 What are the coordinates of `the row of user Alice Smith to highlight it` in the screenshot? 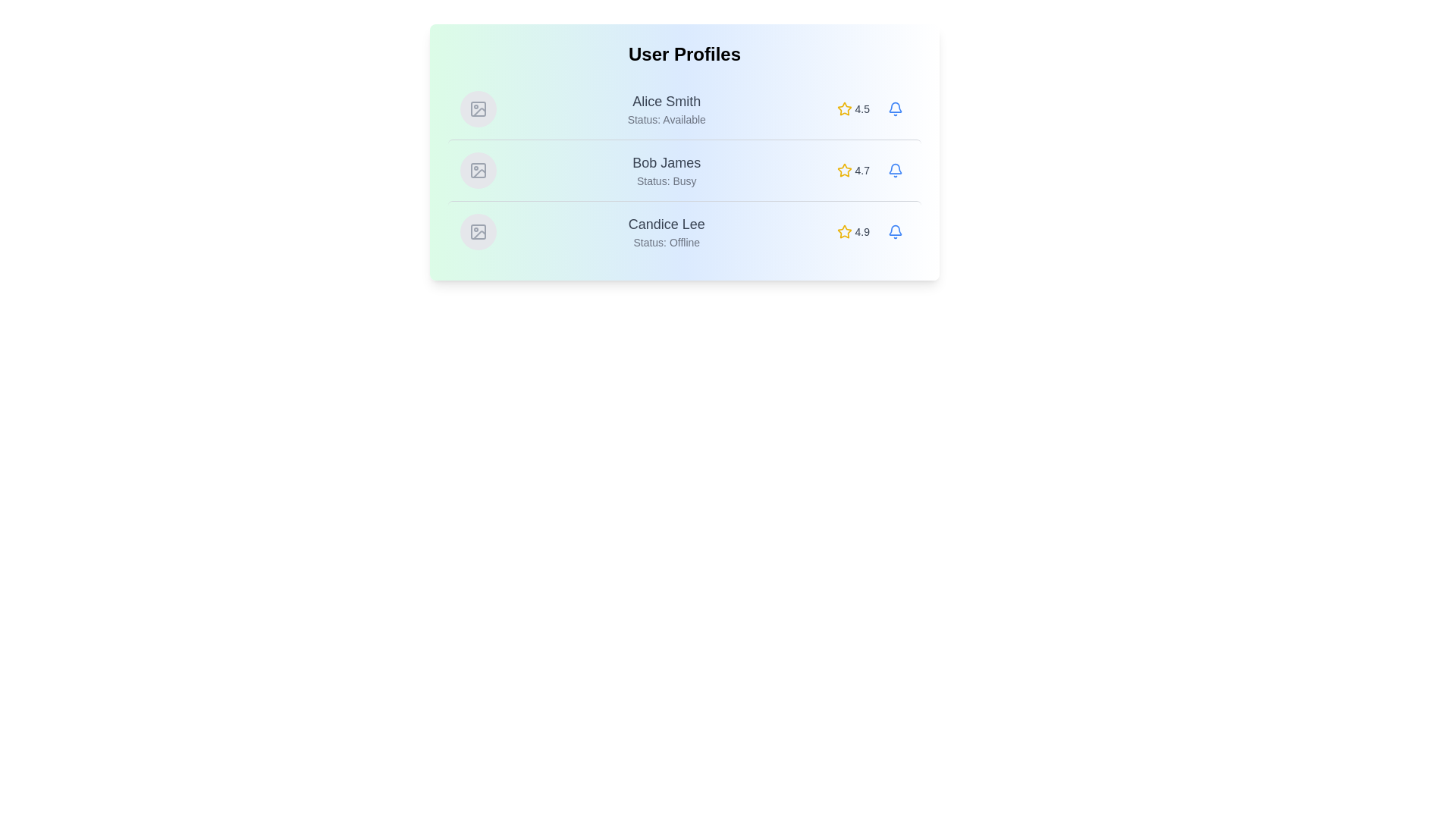 It's located at (683, 108).